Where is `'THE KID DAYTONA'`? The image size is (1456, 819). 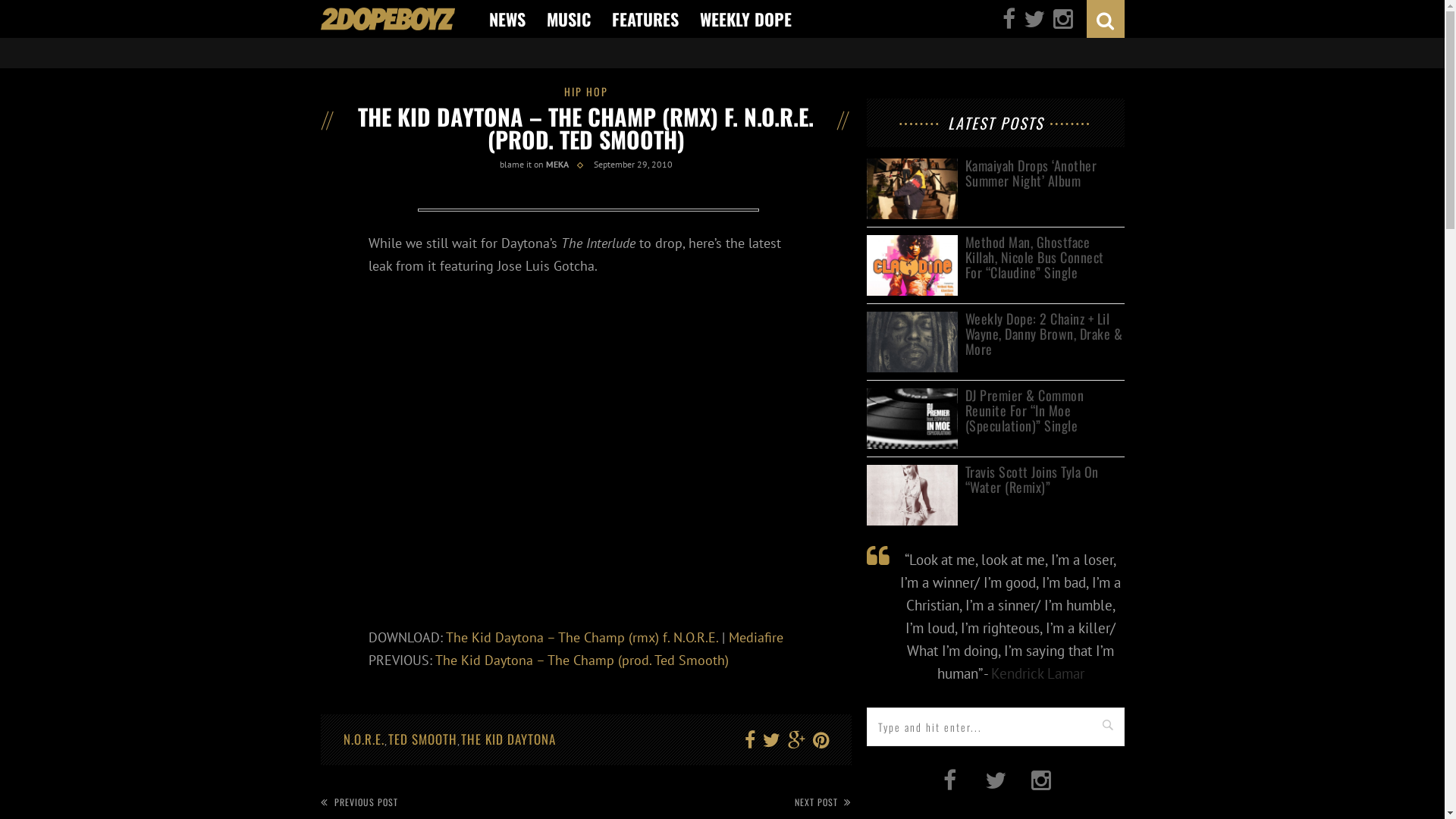
'THE KID DAYTONA' is located at coordinates (508, 738).